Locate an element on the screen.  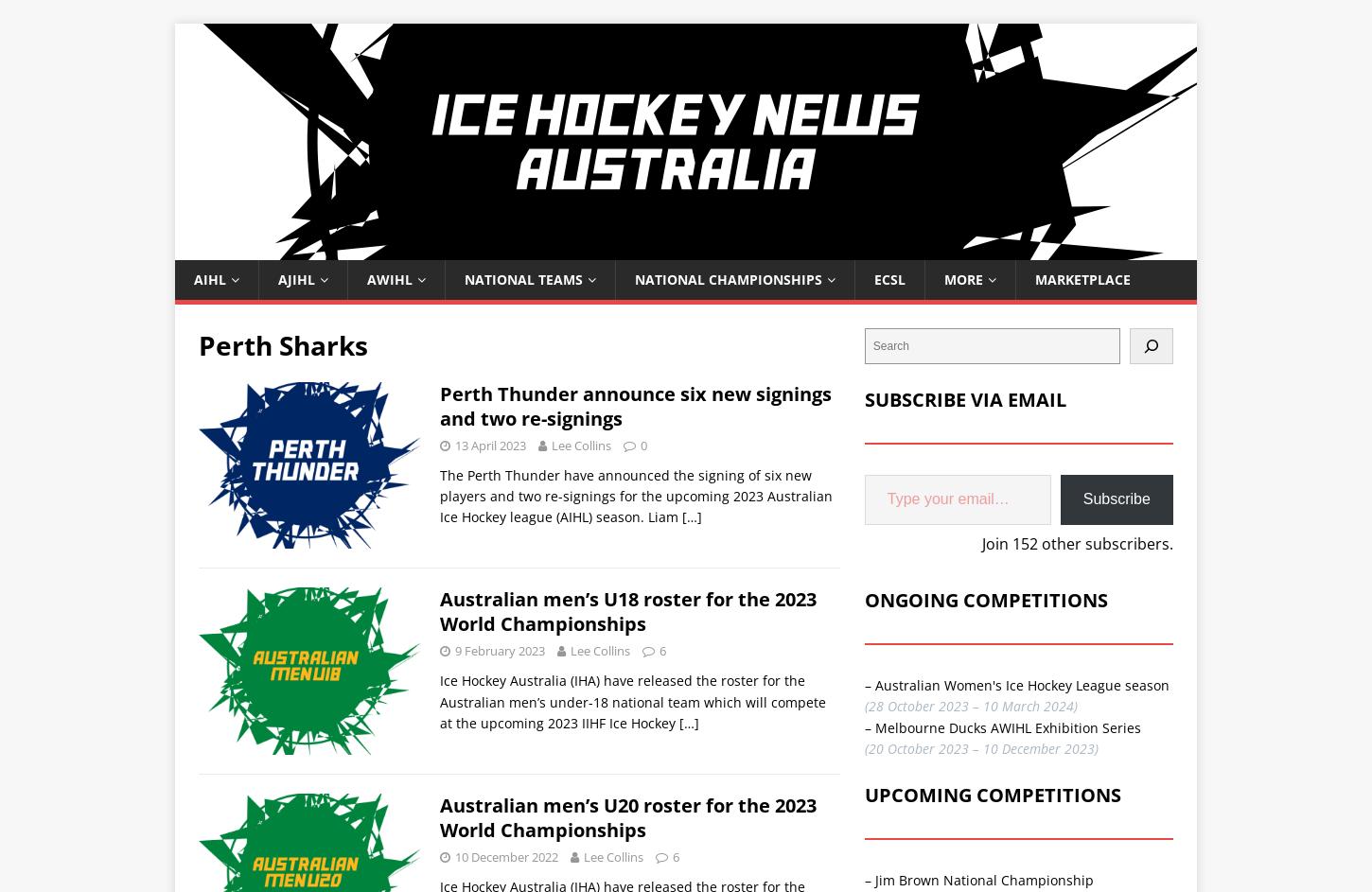
'Australian Women's Ice Hockey League season' is located at coordinates (872, 683).